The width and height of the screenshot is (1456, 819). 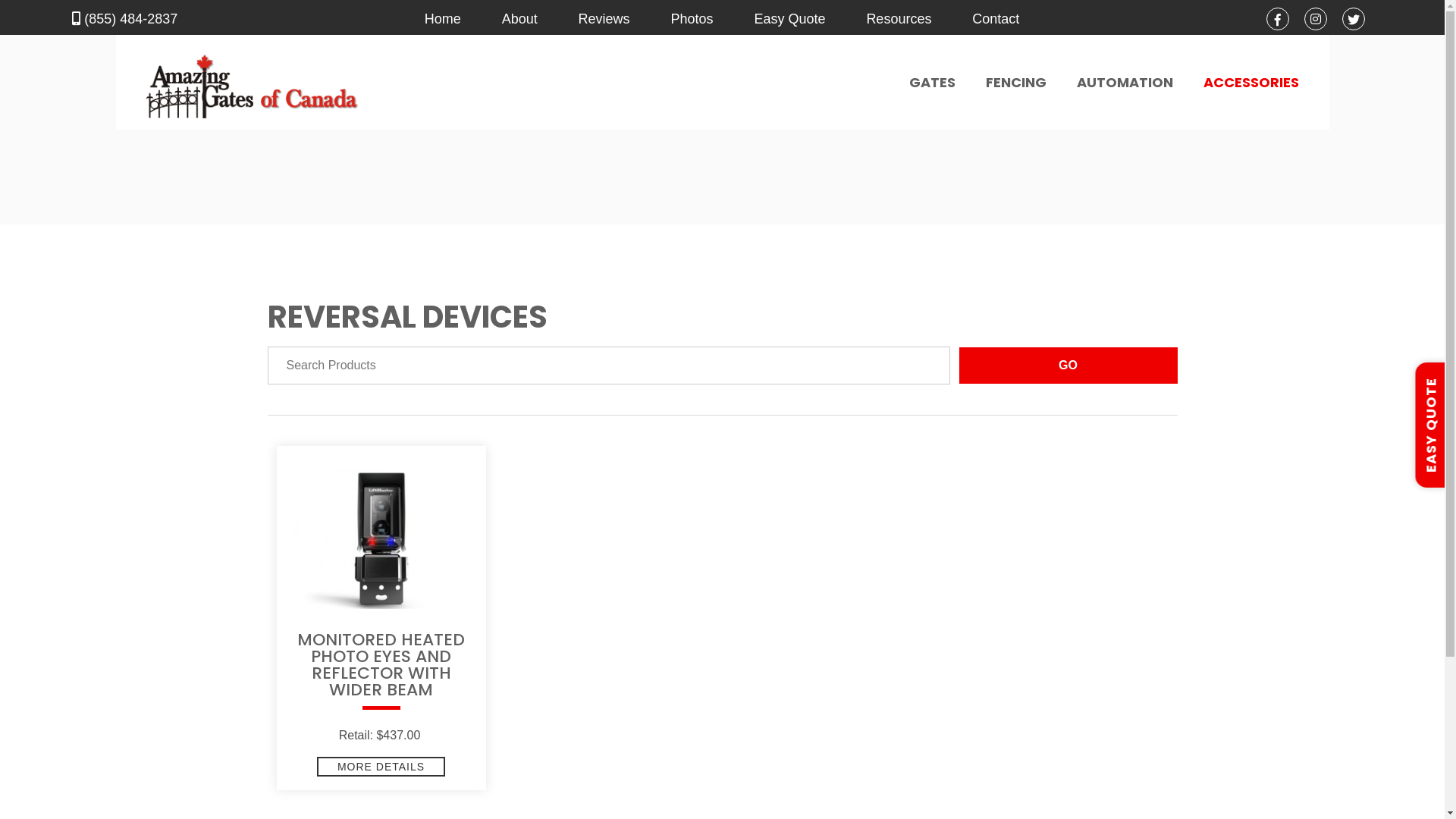 I want to click on 'AUTOMATION', so click(x=1125, y=82).